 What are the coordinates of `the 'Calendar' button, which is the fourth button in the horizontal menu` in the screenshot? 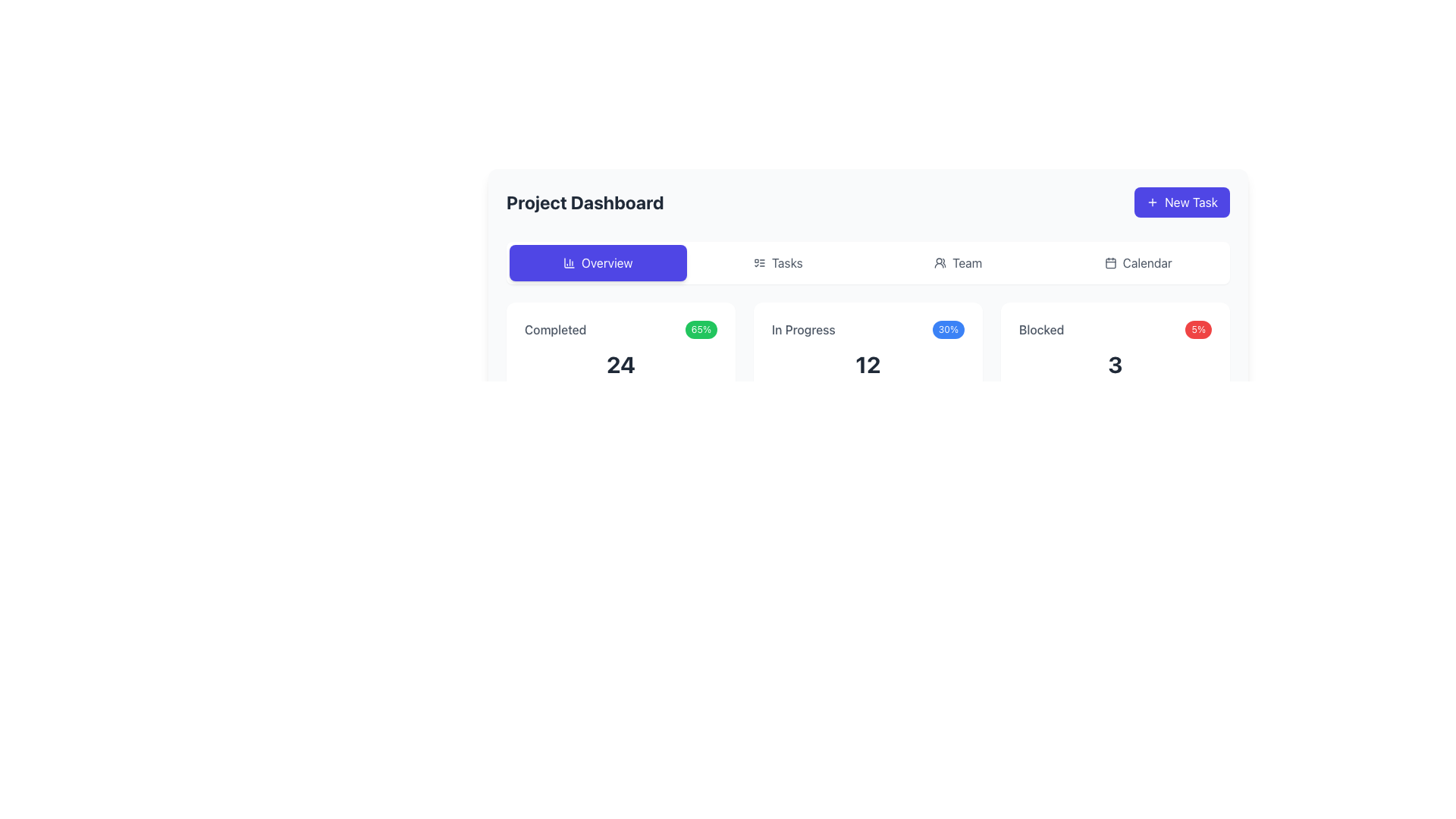 It's located at (1138, 262).